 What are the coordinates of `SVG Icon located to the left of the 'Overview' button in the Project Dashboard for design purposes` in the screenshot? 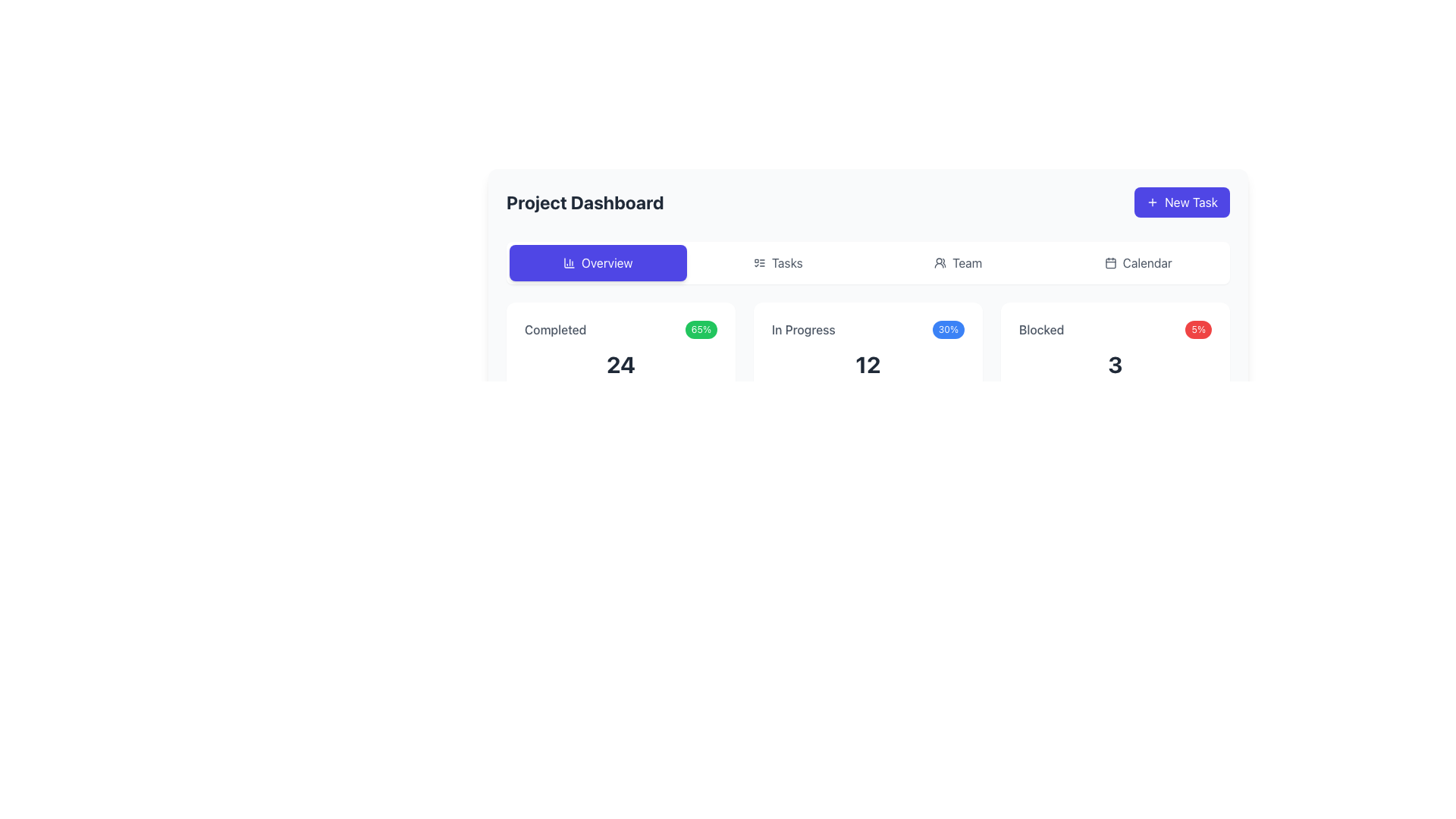 It's located at (568, 262).